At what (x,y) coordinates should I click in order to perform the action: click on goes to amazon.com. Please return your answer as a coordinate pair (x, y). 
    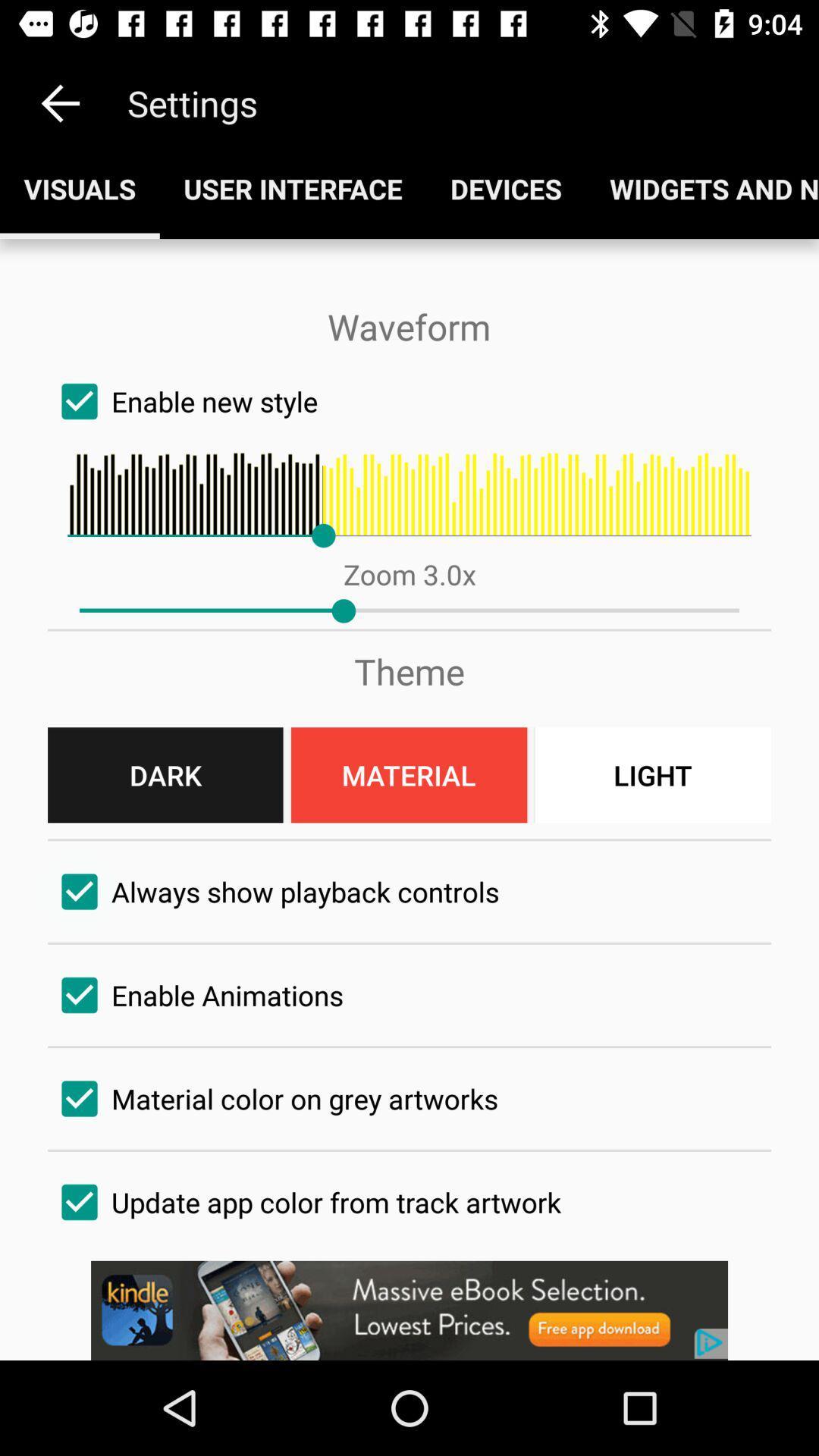
    Looking at the image, I should click on (409, 1310).